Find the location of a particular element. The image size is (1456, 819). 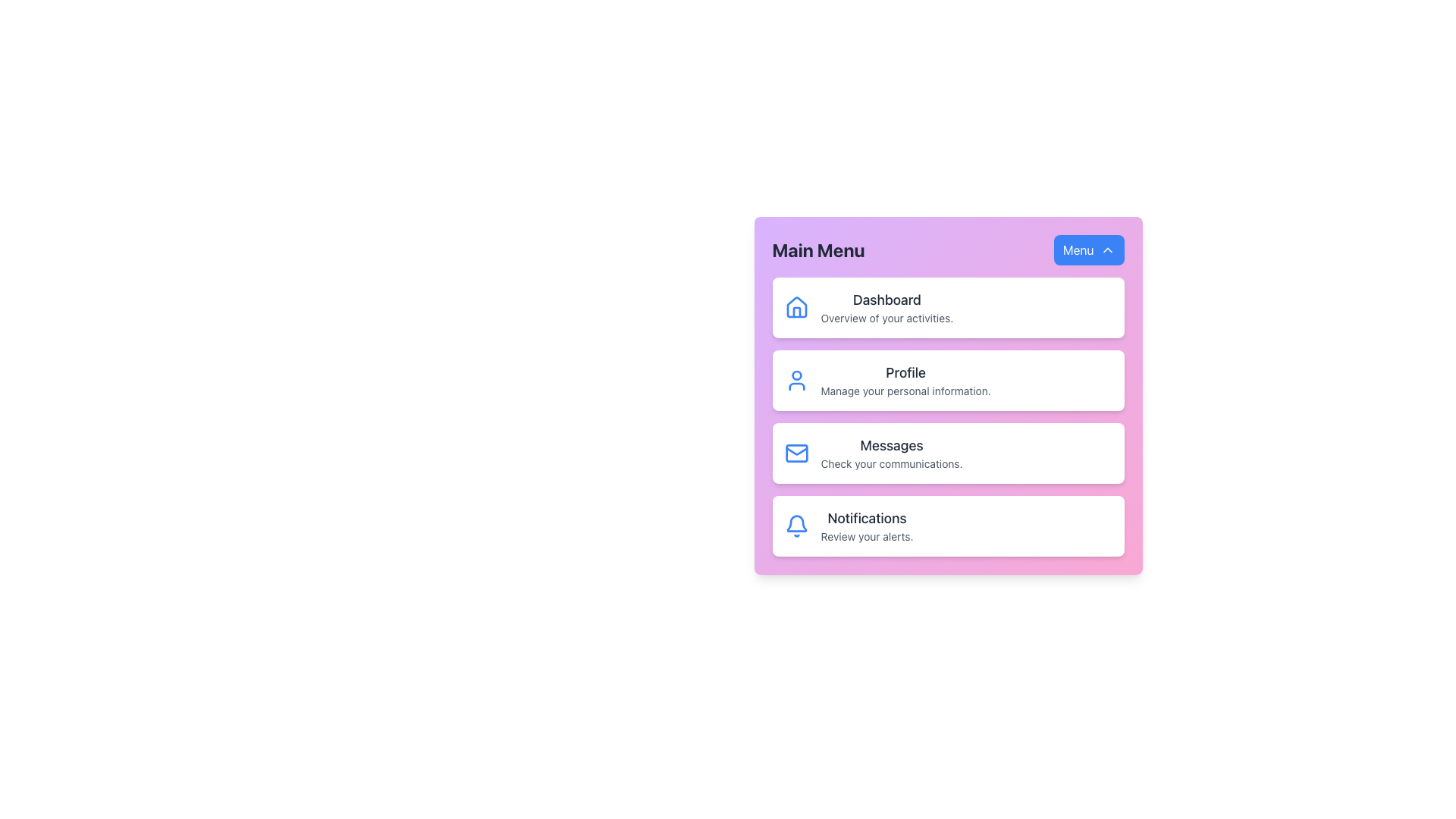

the upper torso and shoulders icon in the profile section of the main menu, located at the top left of the interface is located at coordinates (795, 385).